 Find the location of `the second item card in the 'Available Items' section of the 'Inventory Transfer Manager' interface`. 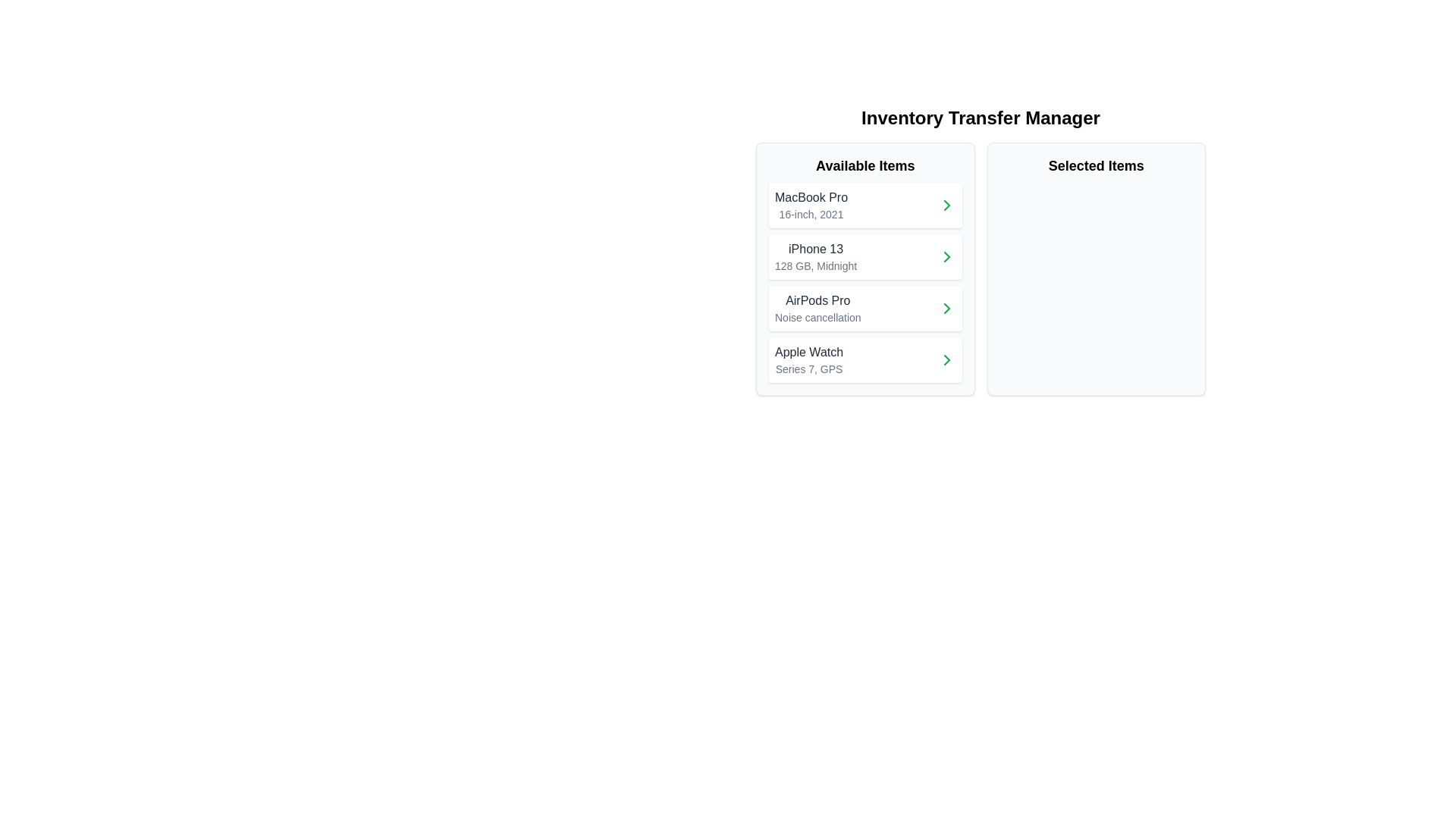

the second item card in the 'Available Items' section of the 'Inventory Transfer Manager' interface is located at coordinates (865, 256).